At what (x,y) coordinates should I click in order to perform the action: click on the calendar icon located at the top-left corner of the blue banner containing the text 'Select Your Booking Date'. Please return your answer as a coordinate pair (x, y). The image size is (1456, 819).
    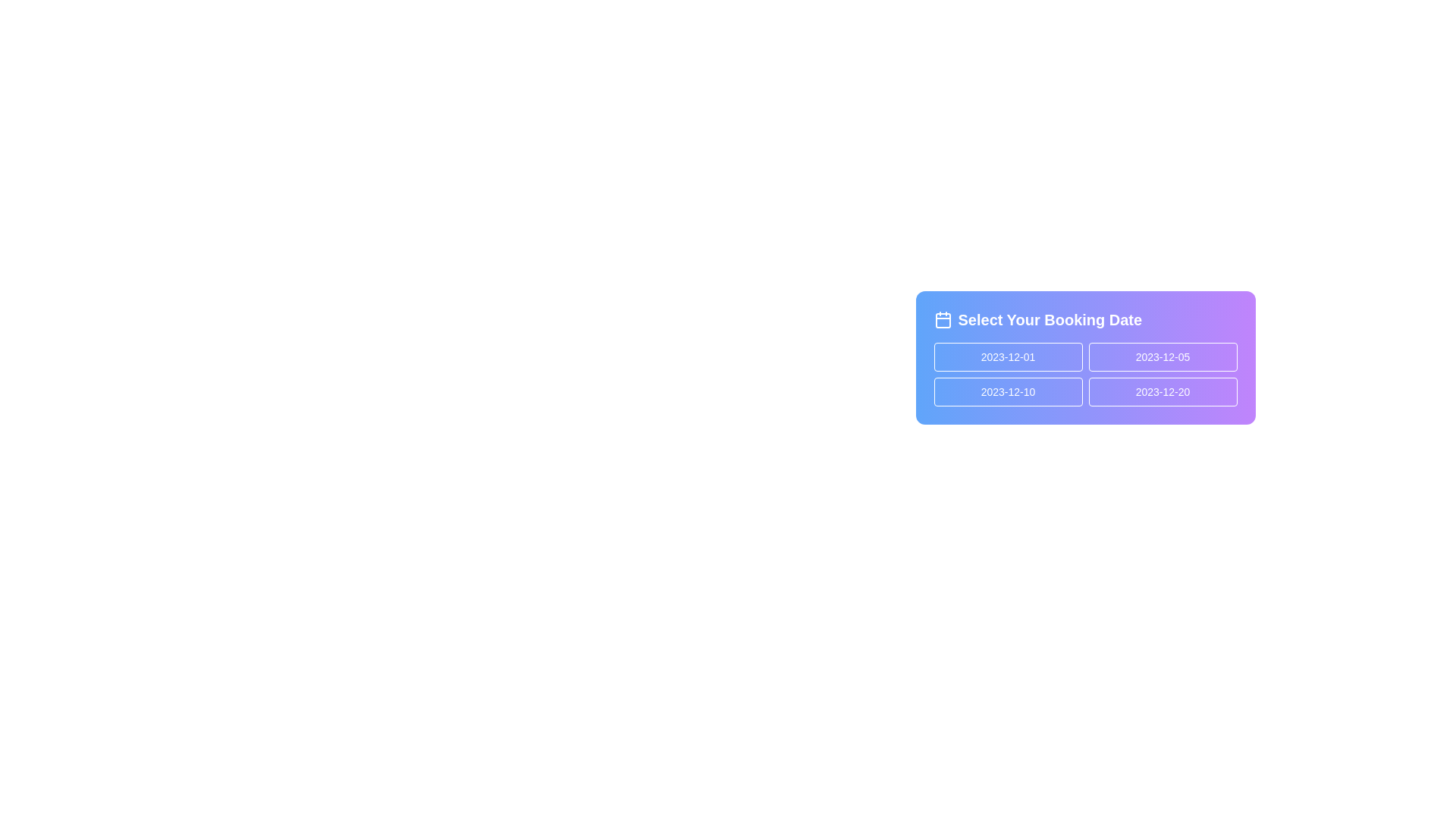
    Looking at the image, I should click on (942, 318).